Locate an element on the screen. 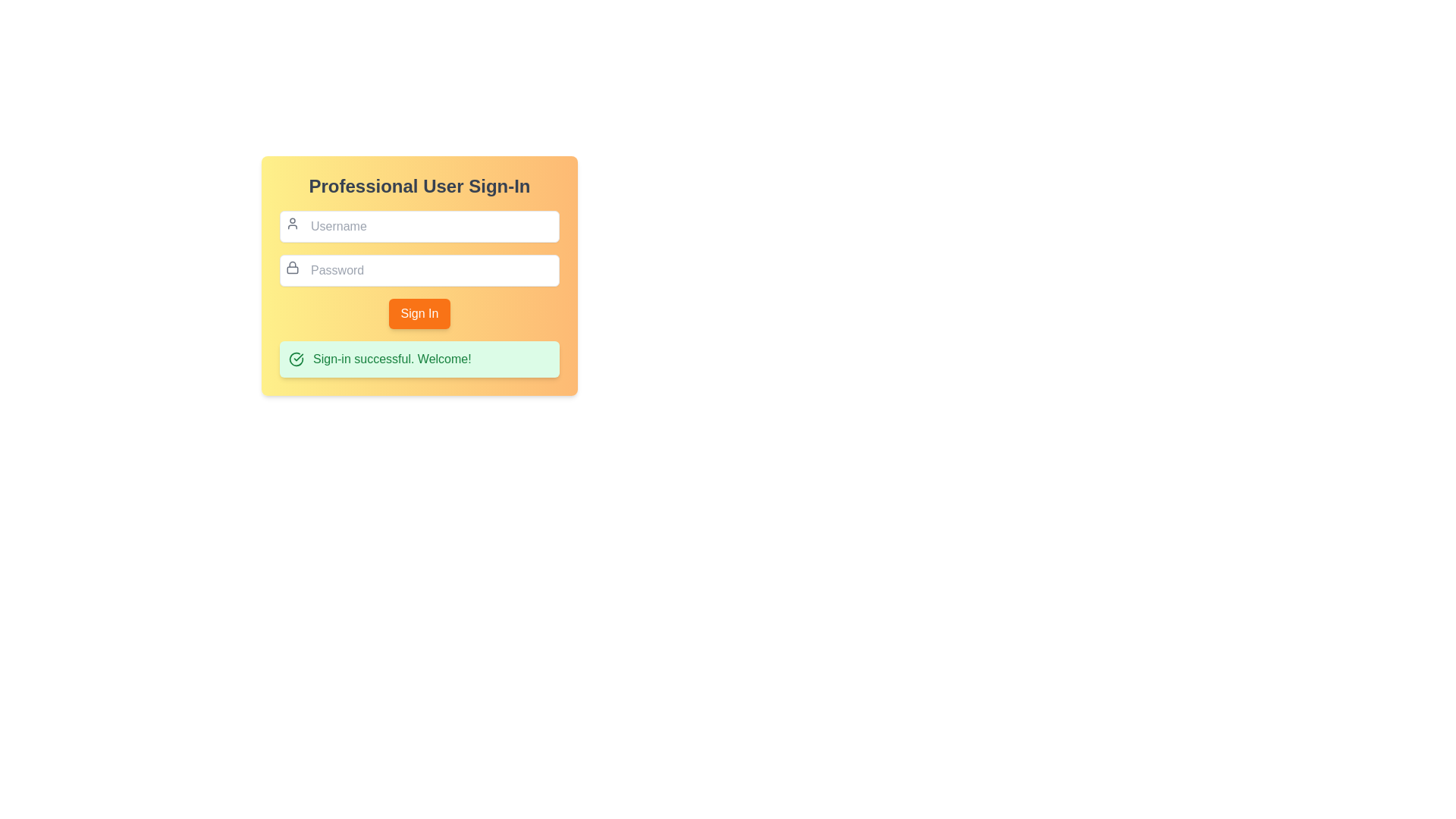  the circular vector icon with a checkmark inside, styled with a green stroke, positioned at the left side of the notification banner below the 'Sign In' button is located at coordinates (296, 359).